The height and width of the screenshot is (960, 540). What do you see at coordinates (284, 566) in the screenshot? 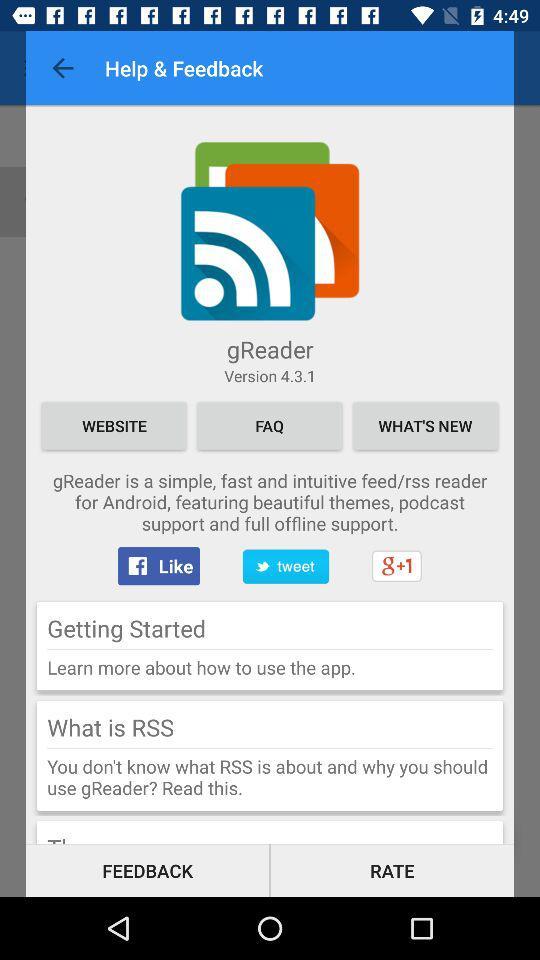
I see `item next to the like` at bounding box center [284, 566].